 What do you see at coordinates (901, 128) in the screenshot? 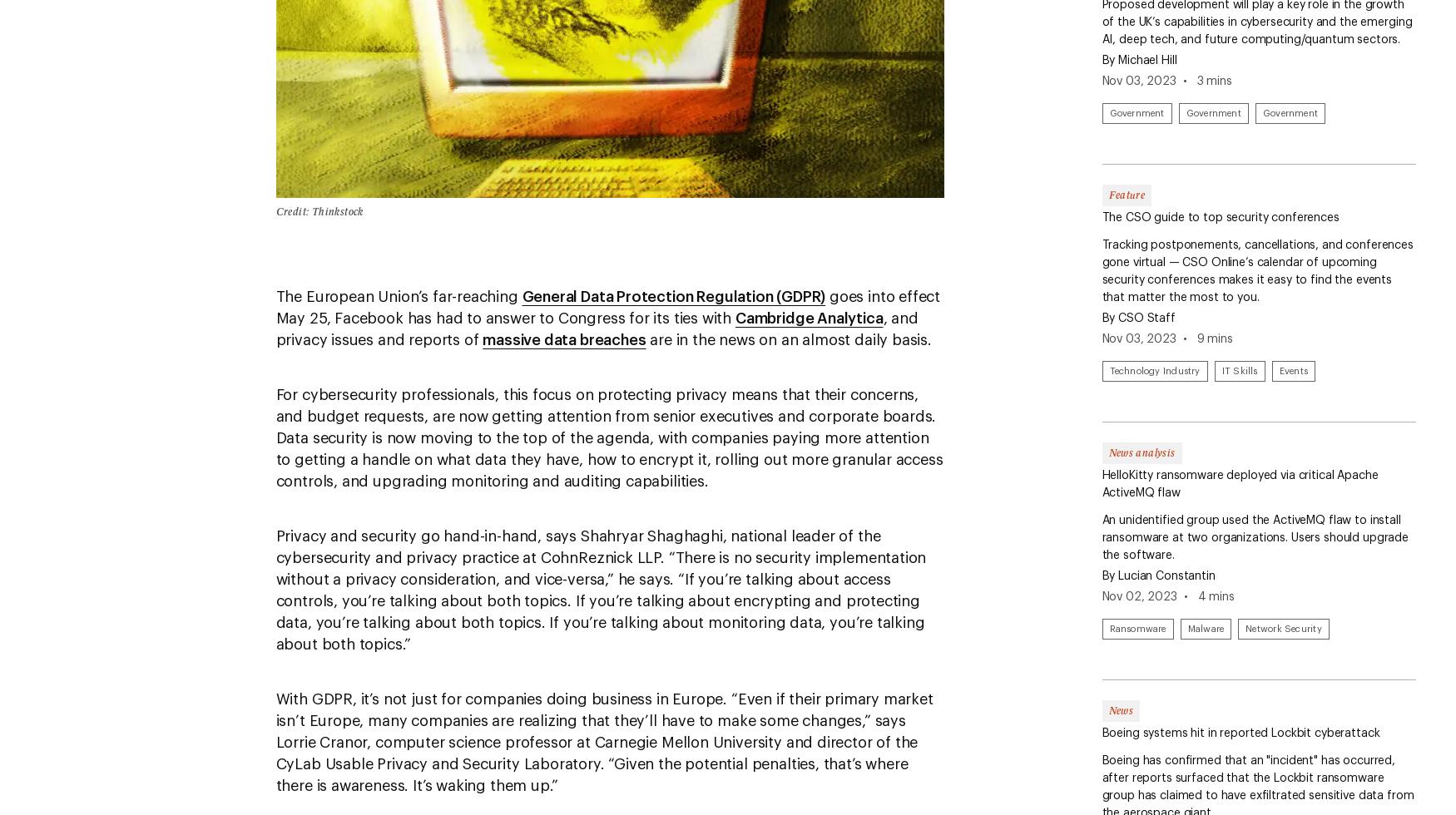
I see `'CSO Executive Sessions Australia with Robbie Whittome, CISO at Curtin University'` at bounding box center [901, 128].